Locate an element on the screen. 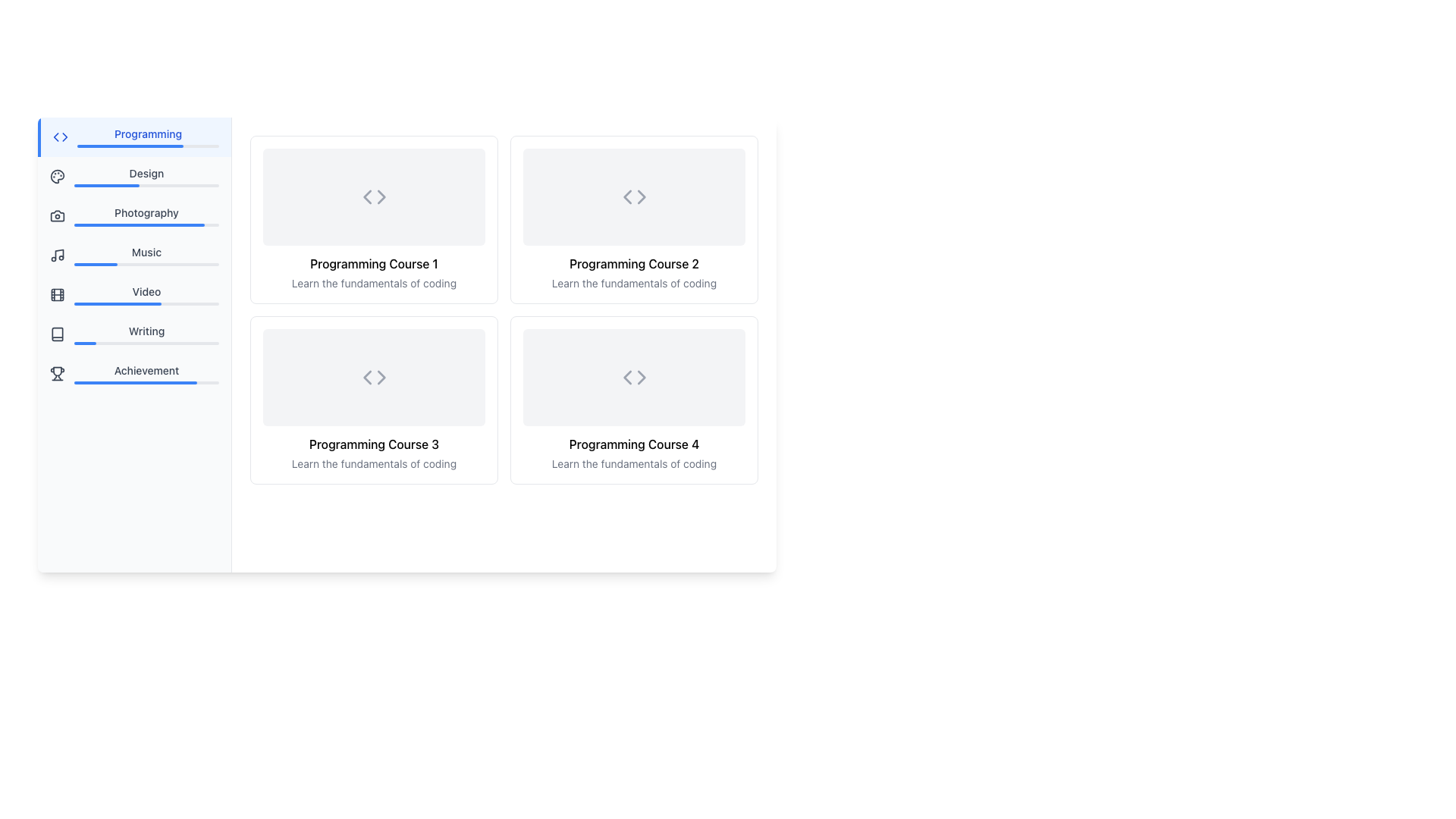 The width and height of the screenshot is (1456, 819). the 'Music' navigation label located in the left sidebar, positioned below 'Photography' and above 'Video' is located at coordinates (146, 251).